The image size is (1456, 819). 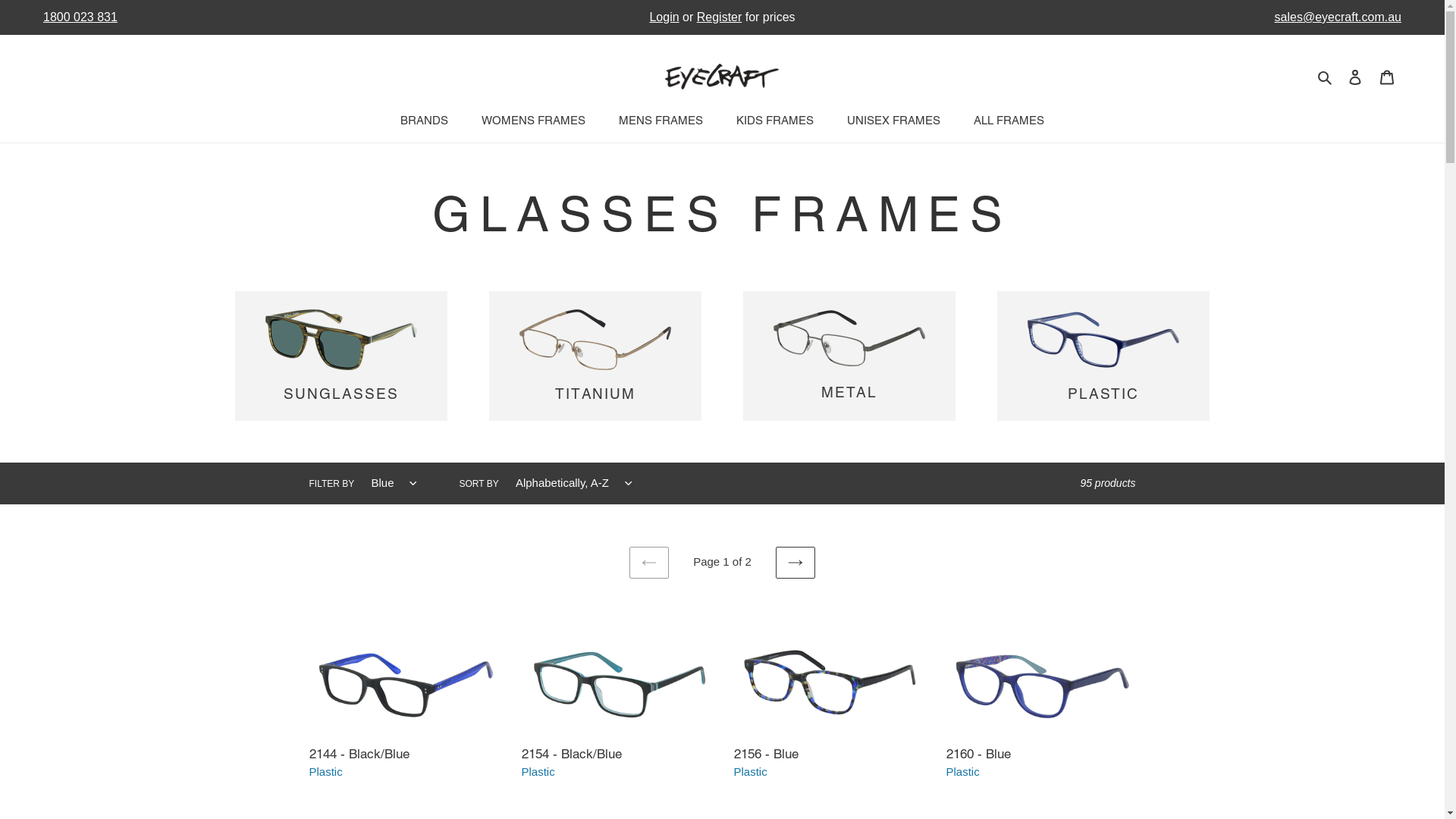 I want to click on 'Login', so click(x=664, y=17).